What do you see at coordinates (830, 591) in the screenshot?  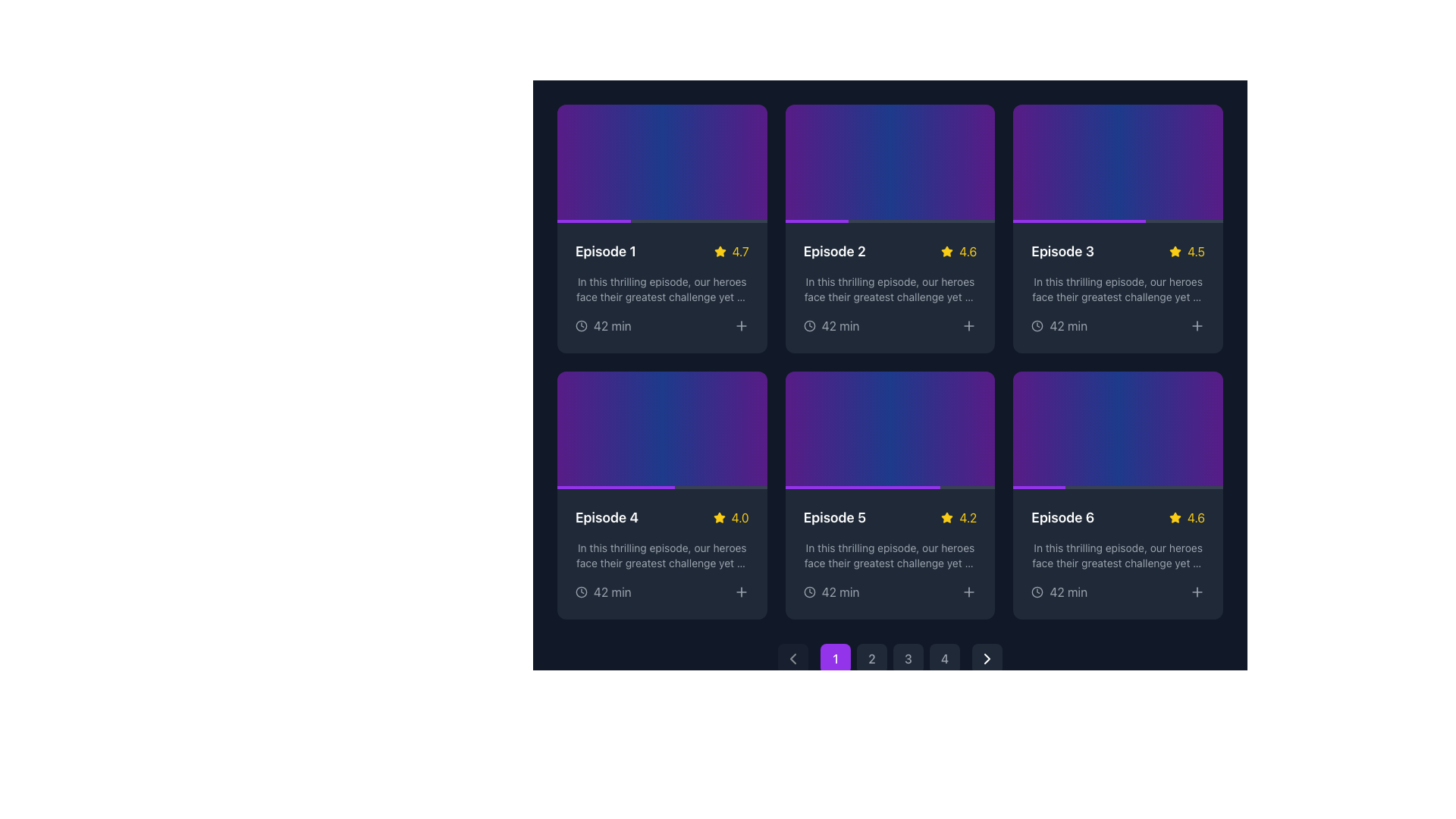 I see `the text element displaying '42 min' with a clock icon, located in the lower section of the 'Episode 5' card` at bounding box center [830, 591].